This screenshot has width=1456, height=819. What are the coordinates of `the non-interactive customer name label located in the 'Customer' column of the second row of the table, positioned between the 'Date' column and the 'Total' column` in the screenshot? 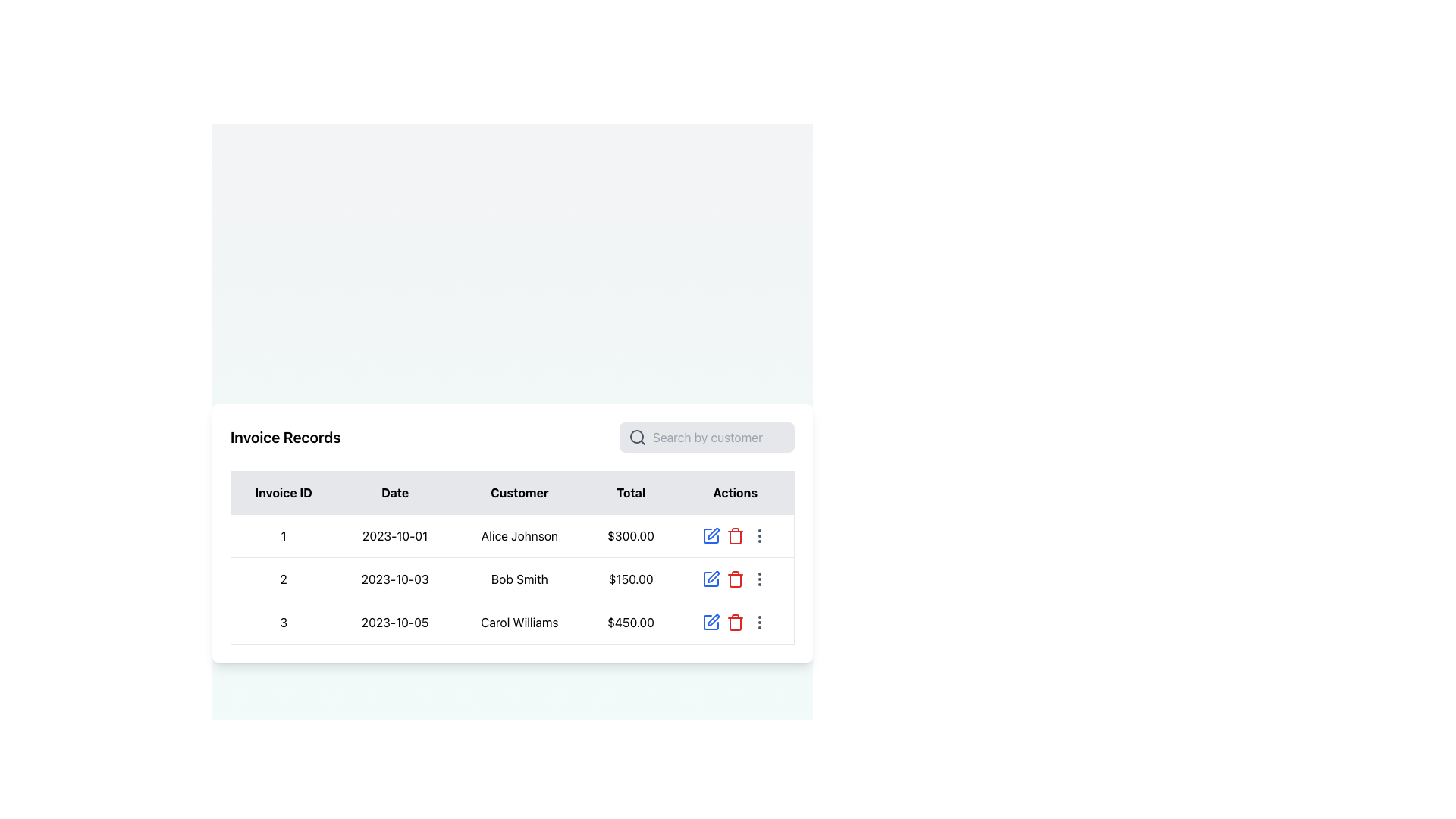 It's located at (519, 579).